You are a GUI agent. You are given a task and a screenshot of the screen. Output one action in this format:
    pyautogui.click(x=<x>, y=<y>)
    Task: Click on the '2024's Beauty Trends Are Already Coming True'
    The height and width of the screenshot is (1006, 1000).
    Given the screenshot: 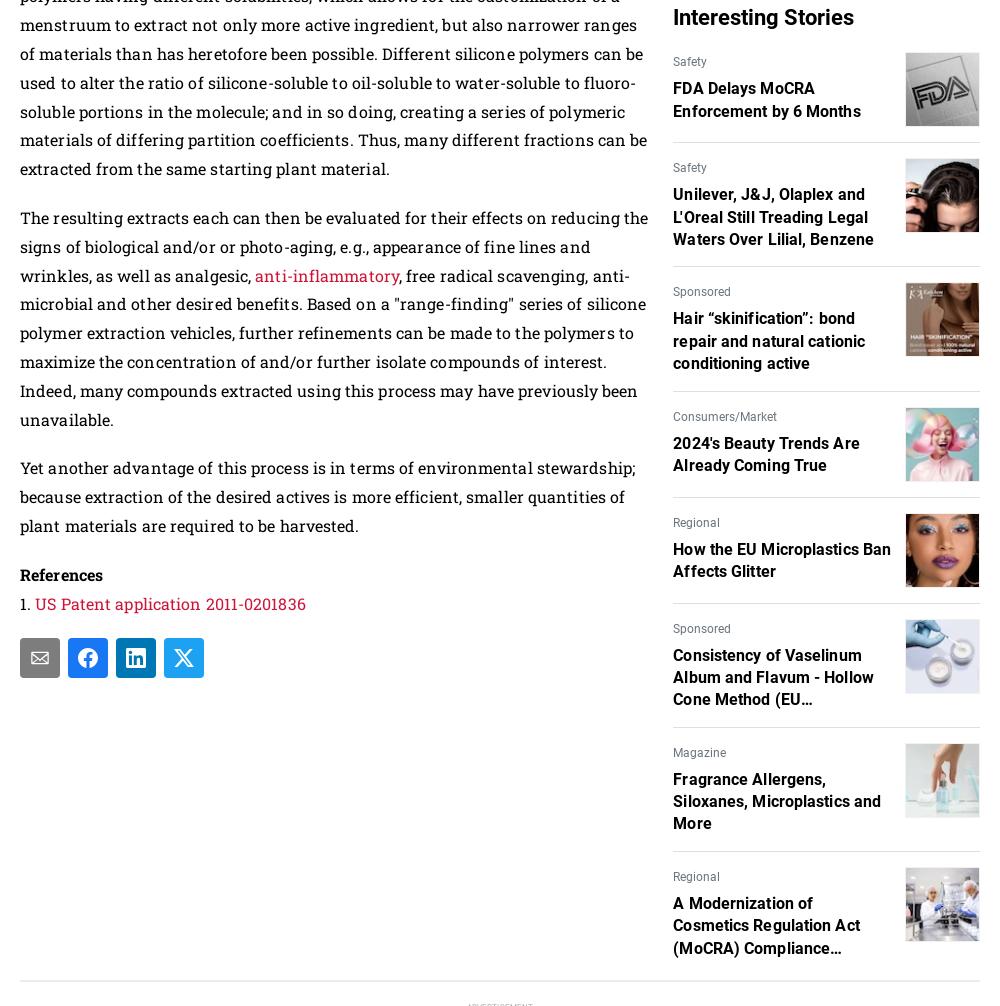 What is the action you would take?
    pyautogui.click(x=766, y=452)
    